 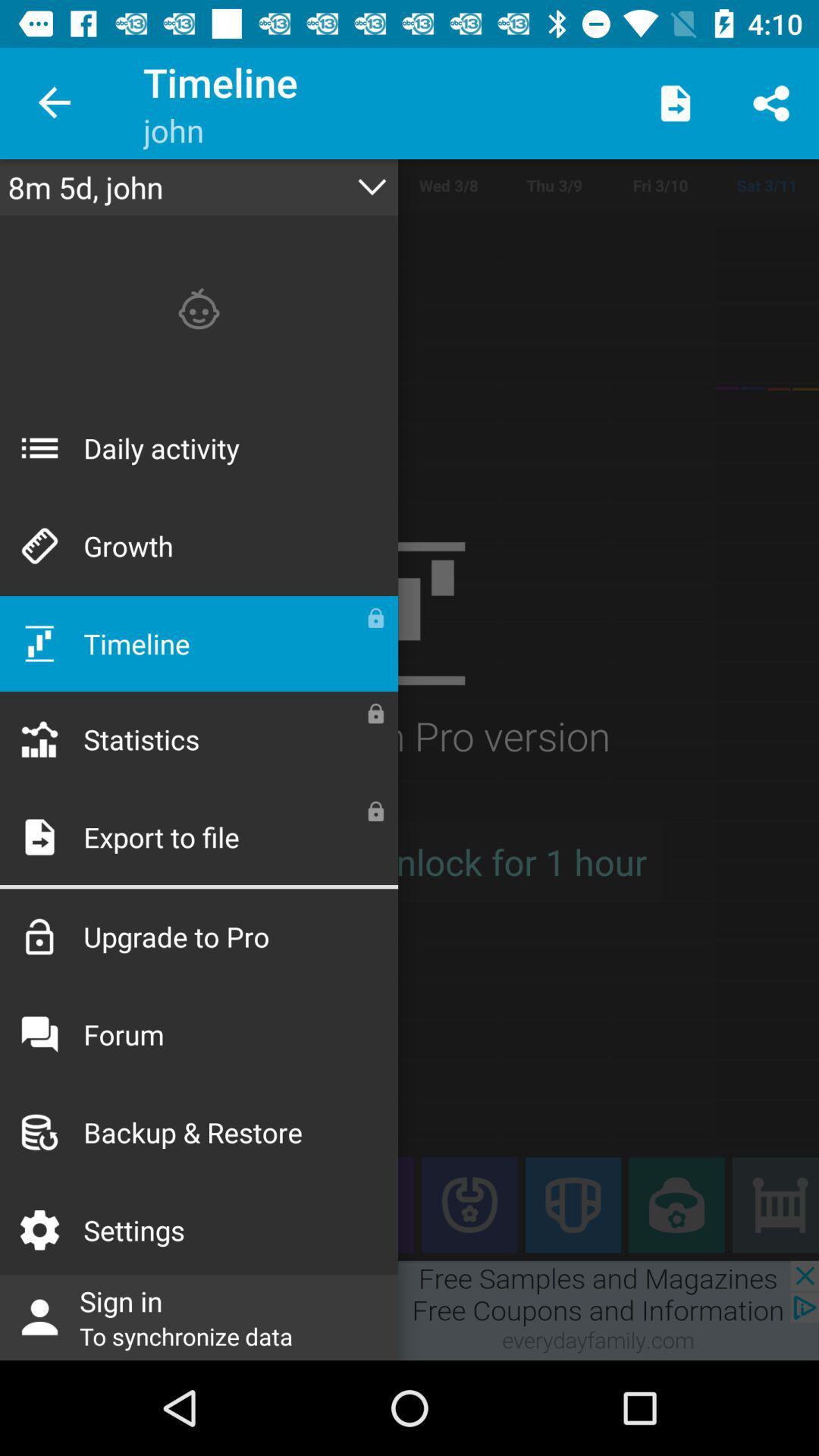 I want to click on the second lock icon, so click(x=375, y=712).